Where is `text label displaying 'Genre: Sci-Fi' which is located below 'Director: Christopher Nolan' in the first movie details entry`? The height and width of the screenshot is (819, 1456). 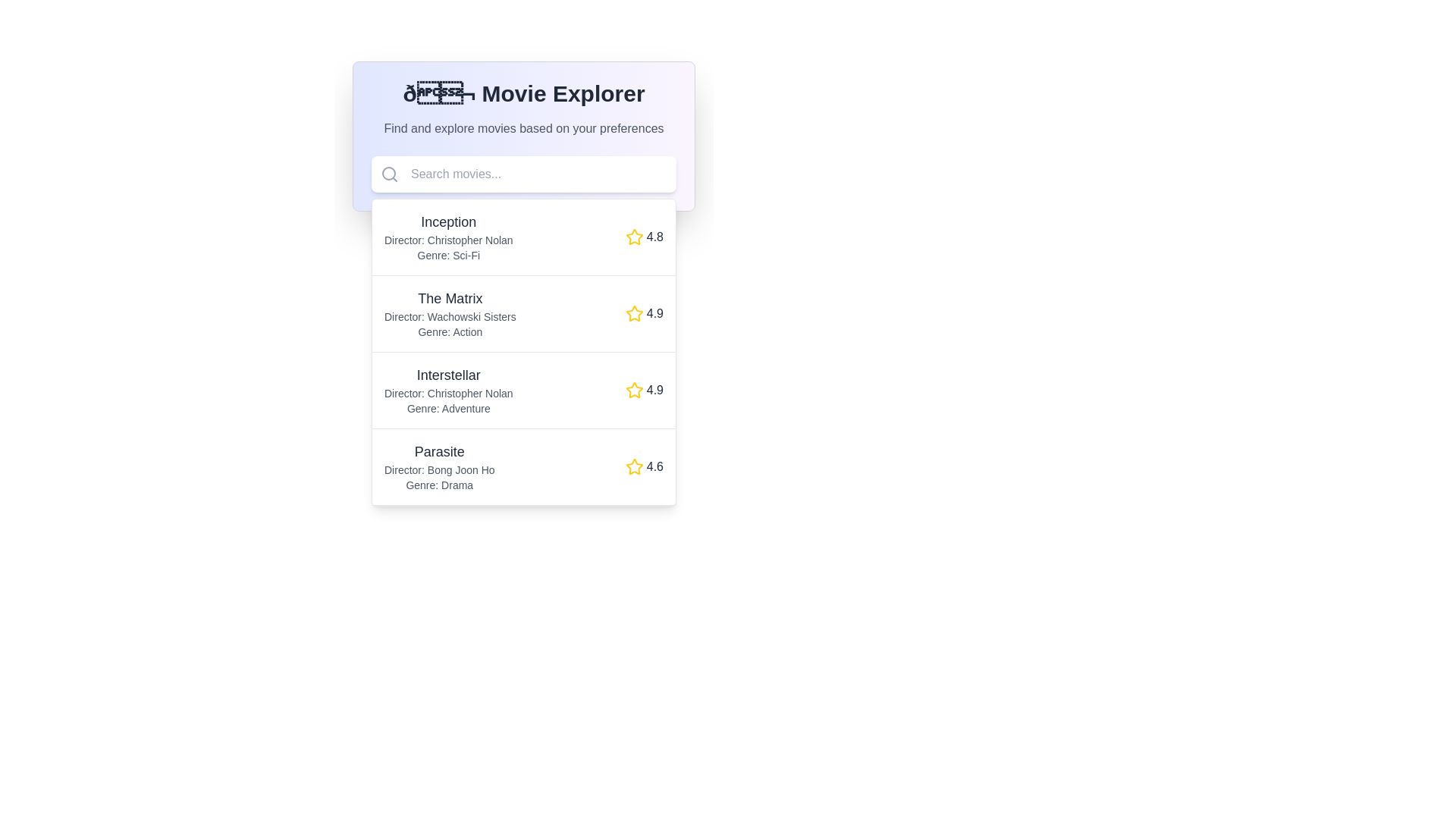 text label displaying 'Genre: Sci-Fi' which is located below 'Director: Christopher Nolan' in the first movie details entry is located at coordinates (447, 254).